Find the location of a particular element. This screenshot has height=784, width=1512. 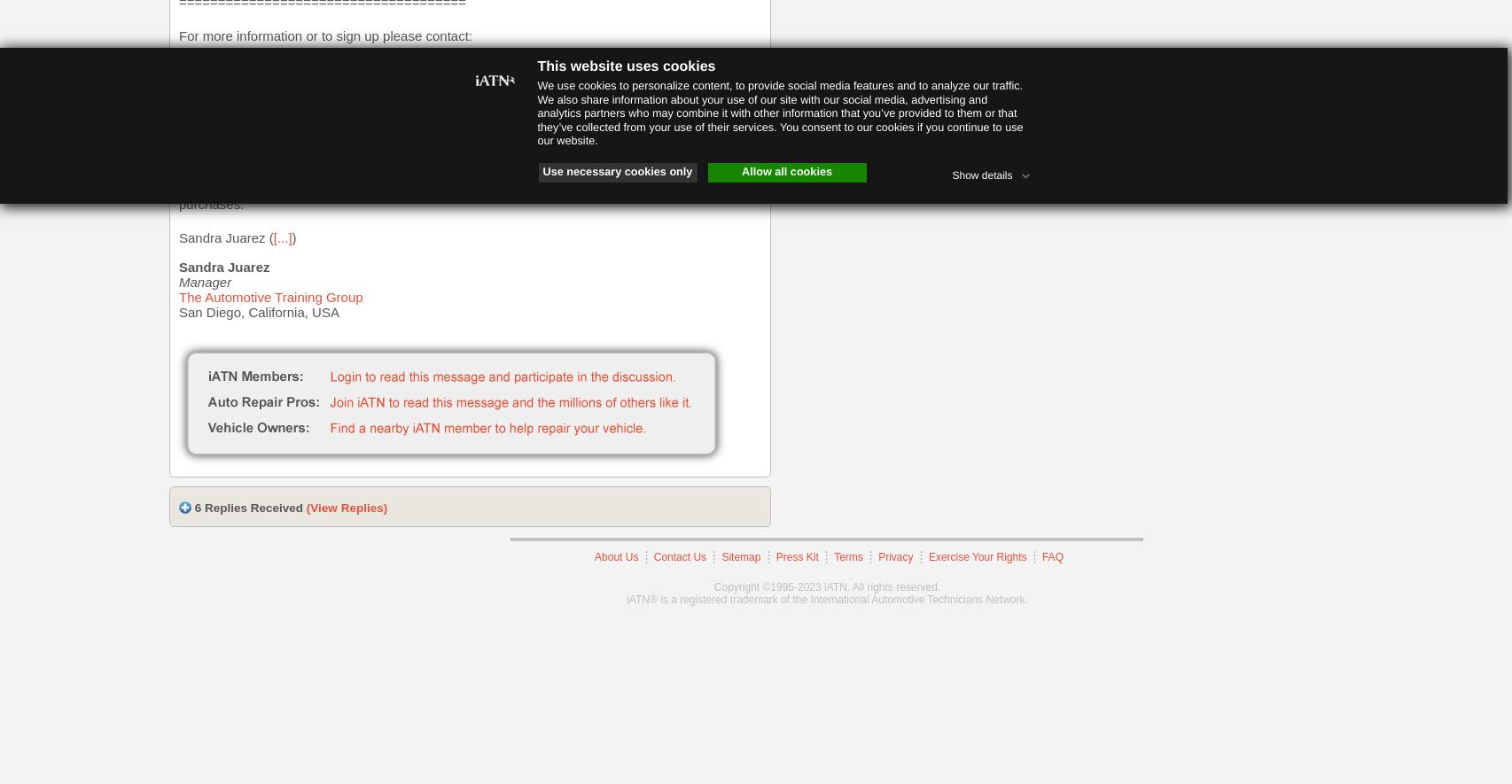

'Sandra Juarez: (800) 233-3182 ext. 119' is located at coordinates (297, 68).